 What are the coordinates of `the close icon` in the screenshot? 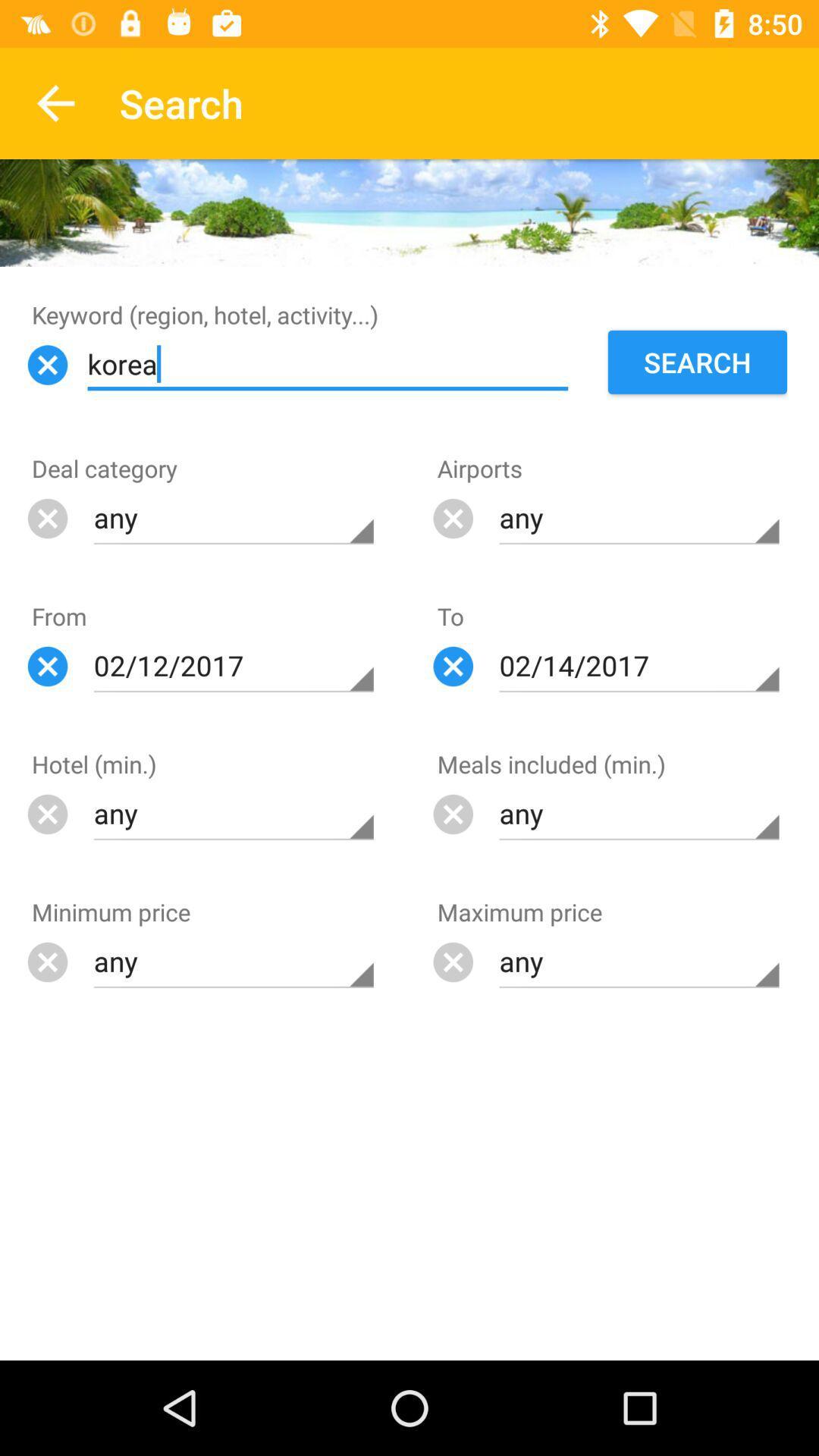 It's located at (46, 814).